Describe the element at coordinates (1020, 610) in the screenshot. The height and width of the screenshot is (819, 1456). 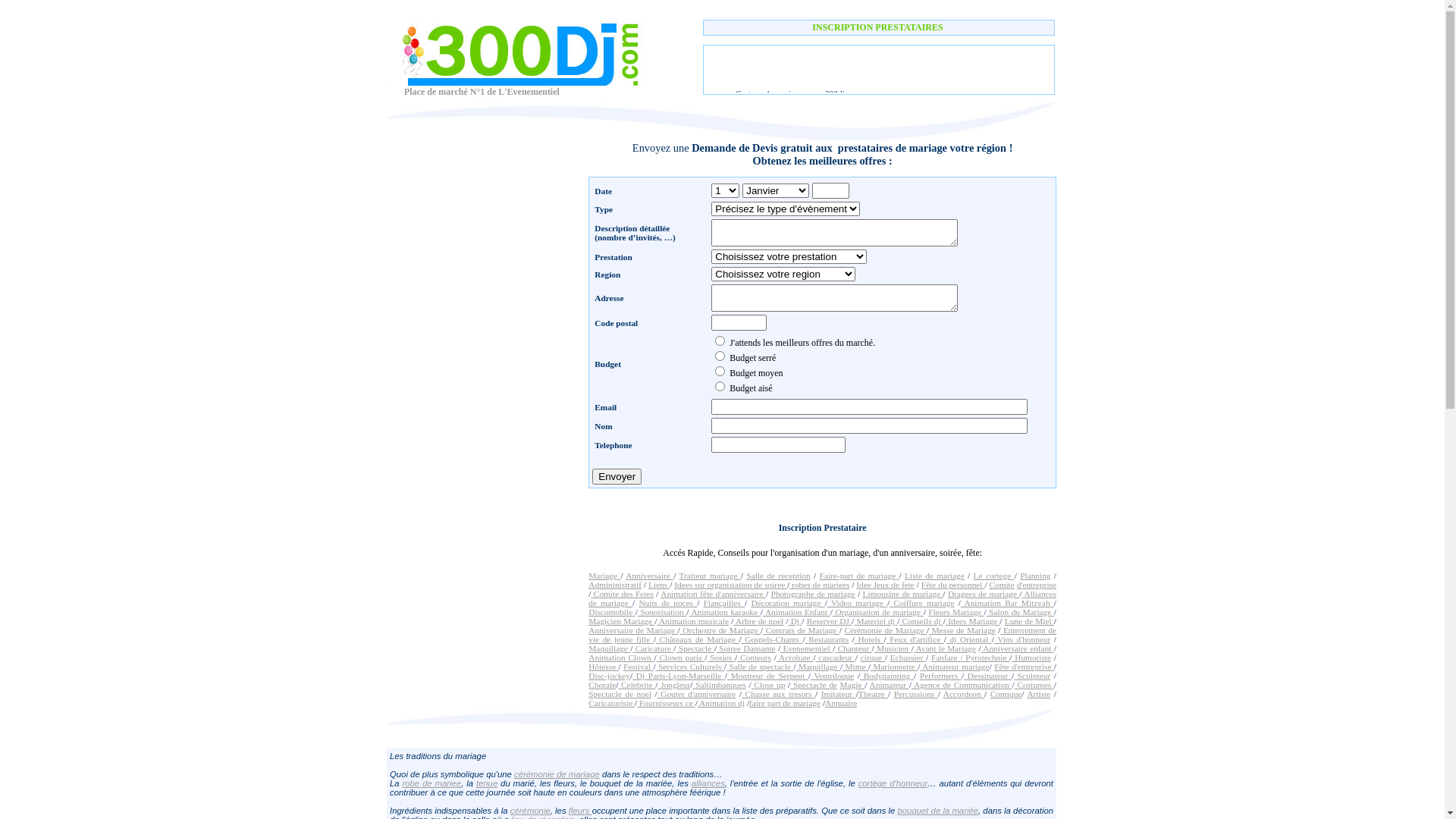
I see `'Salon du Mariage'` at that location.